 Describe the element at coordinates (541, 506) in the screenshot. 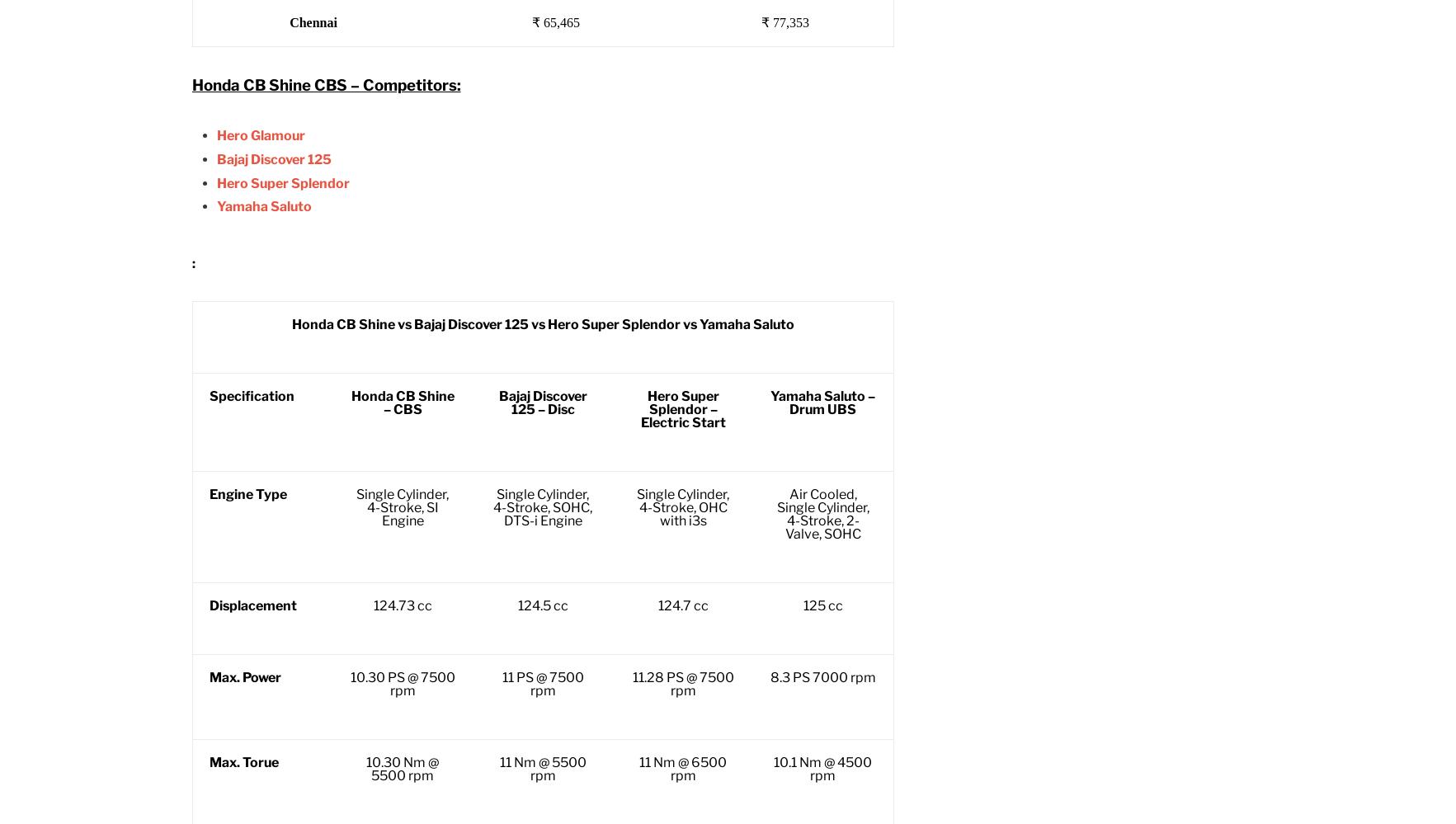

I see `'Single Cylinder, 4-Stroke, SOHC, DTS-i Engine'` at that location.